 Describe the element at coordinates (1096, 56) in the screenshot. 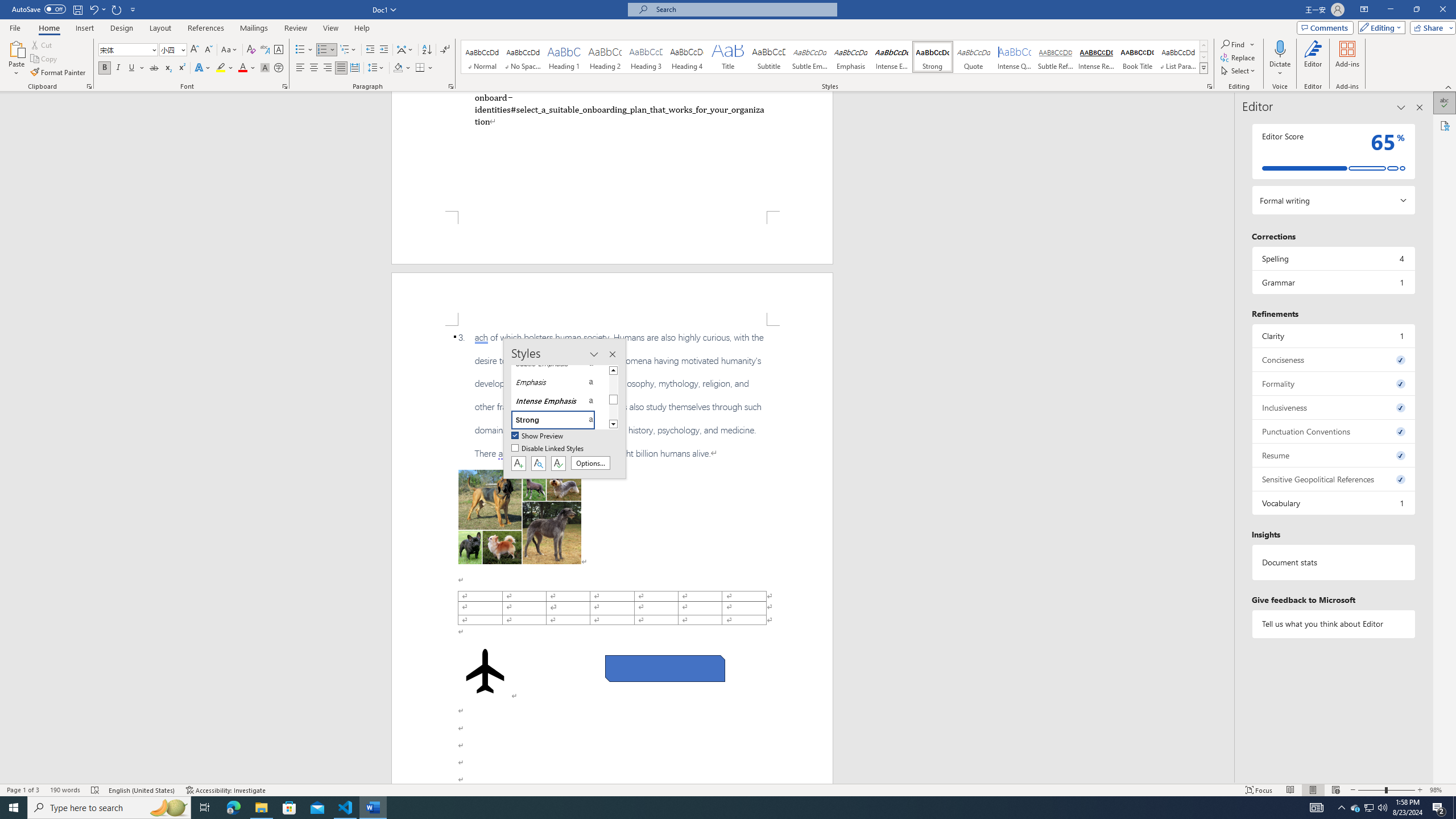

I see `'Intense Reference'` at that location.